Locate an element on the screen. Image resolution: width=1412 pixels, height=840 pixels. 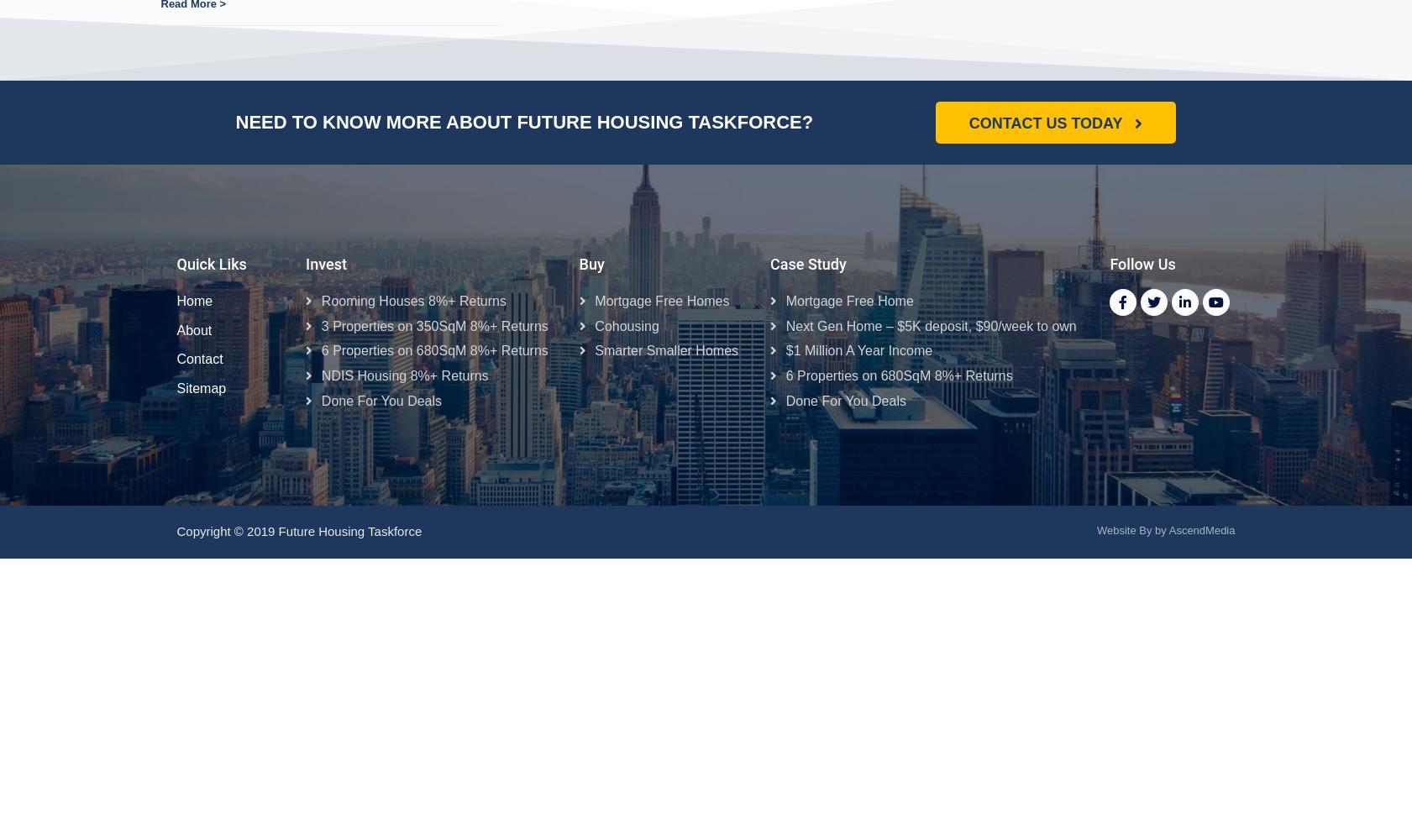
'Invest' is located at coordinates (324, 263).